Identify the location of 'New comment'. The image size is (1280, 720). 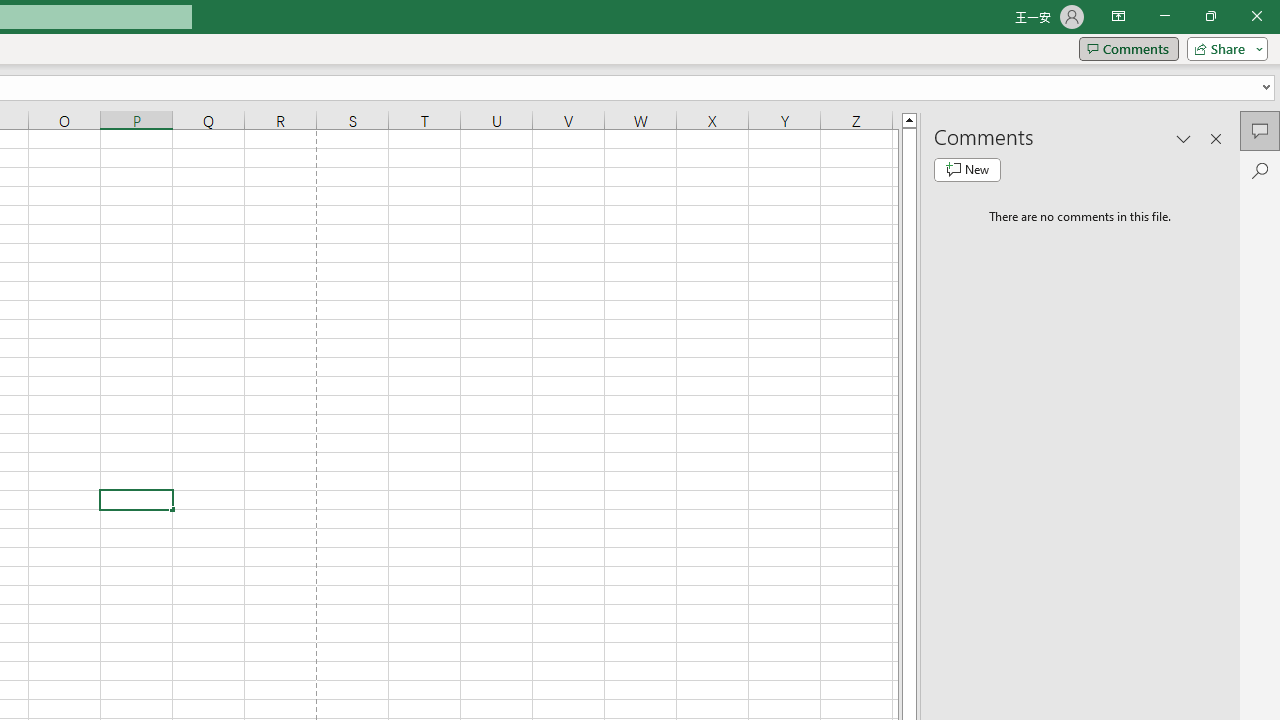
(967, 168).